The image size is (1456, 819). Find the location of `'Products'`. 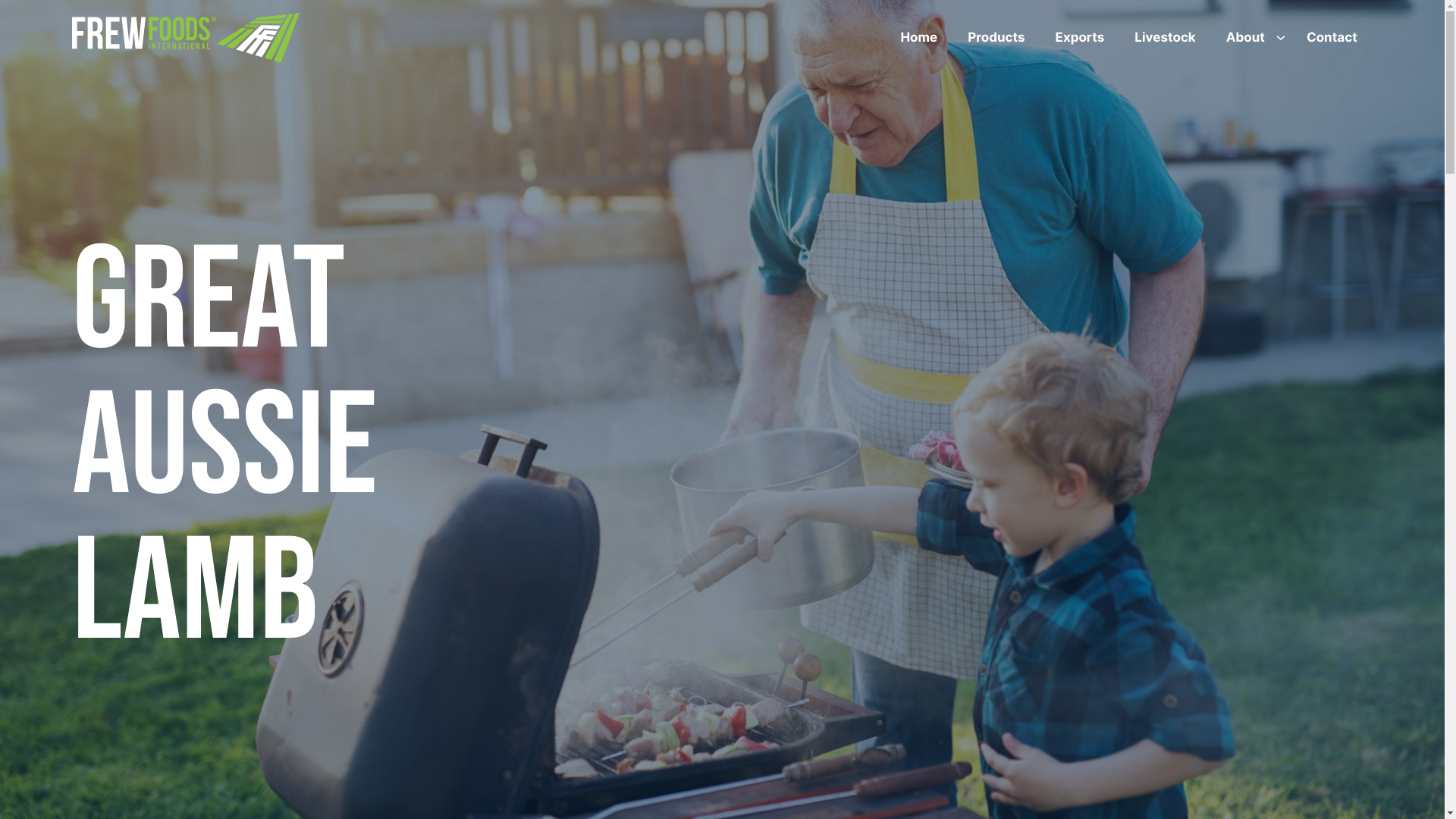

'Products' is located at coordinates (996, 37).